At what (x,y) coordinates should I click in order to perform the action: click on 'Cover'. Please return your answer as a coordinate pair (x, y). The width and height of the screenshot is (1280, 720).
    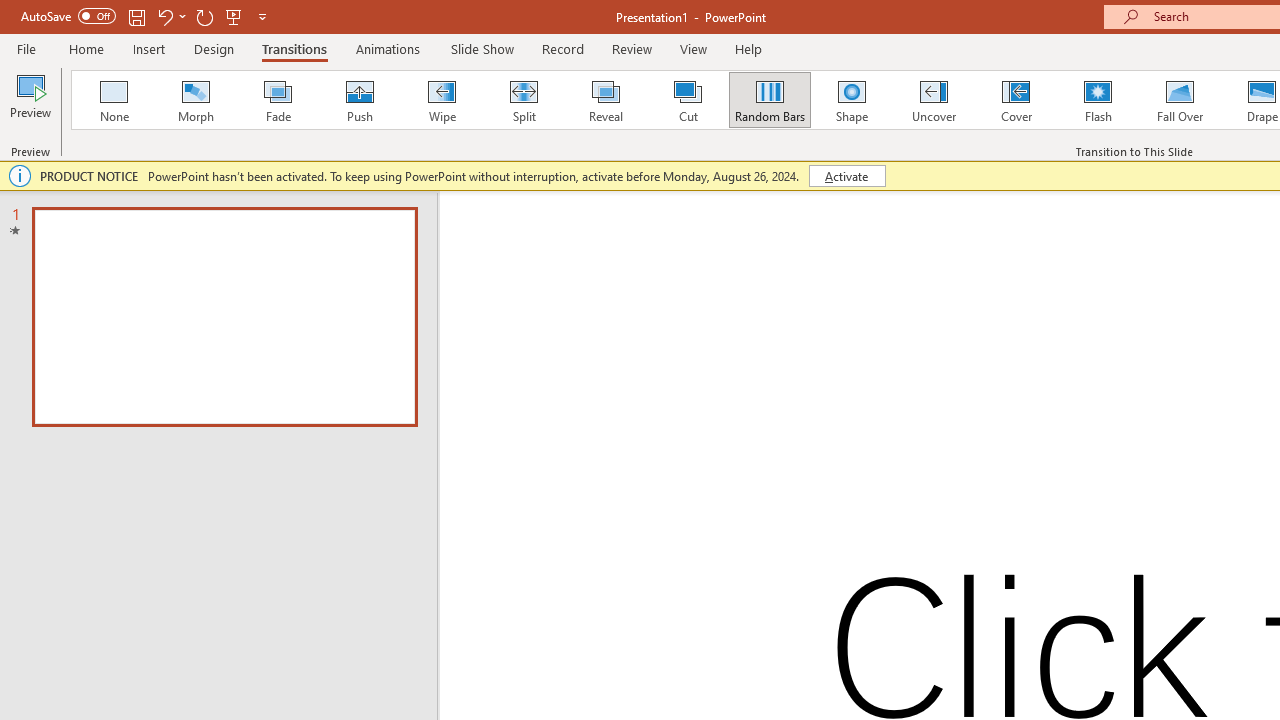
    Looking at the image, I should click on (1016, 100).